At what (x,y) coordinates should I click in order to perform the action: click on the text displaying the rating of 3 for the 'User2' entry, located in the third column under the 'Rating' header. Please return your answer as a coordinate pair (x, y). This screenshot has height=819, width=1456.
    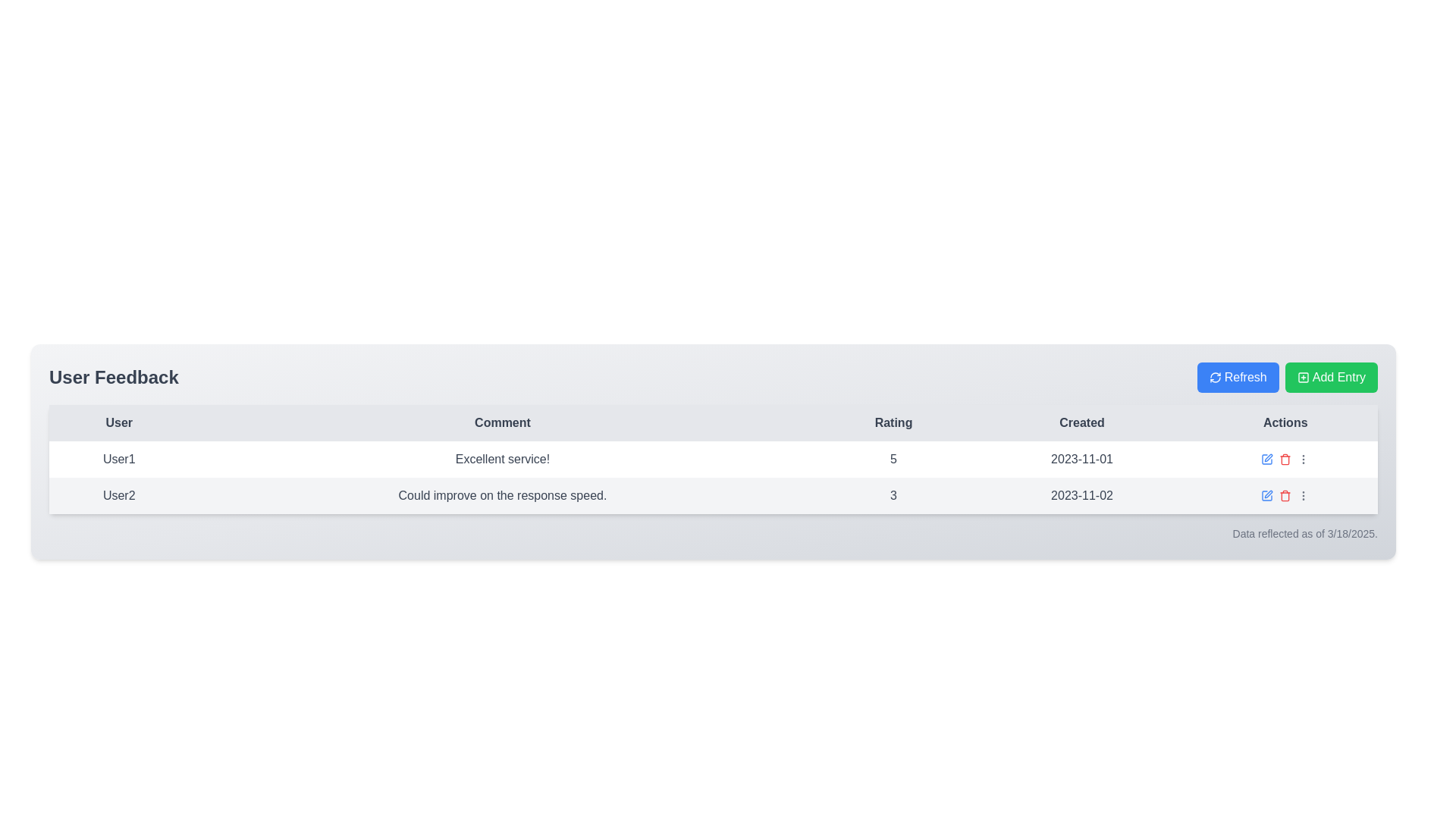
    Looking at the image, I should click on (893, 496).